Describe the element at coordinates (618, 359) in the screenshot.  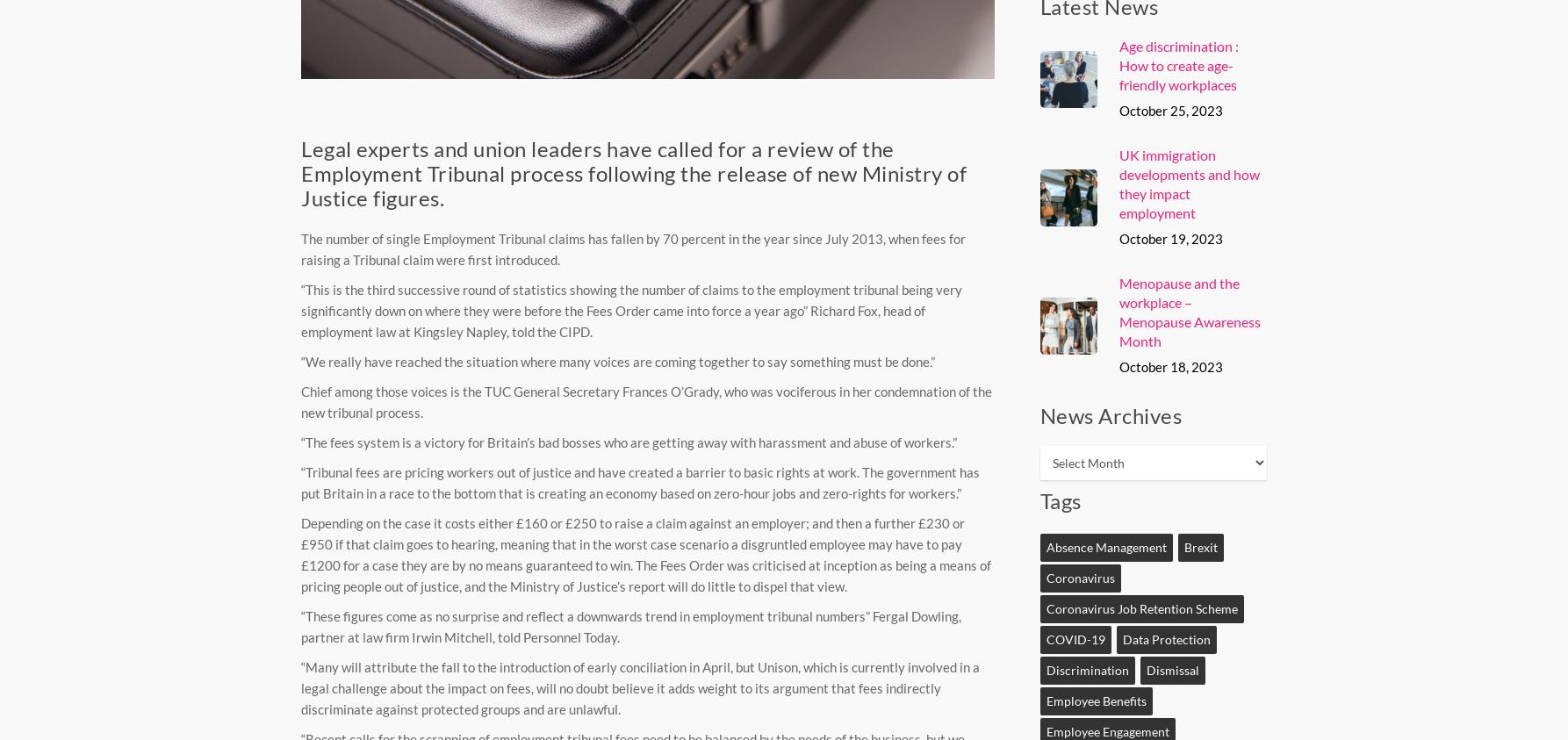
I see `'“We really have reached the situation where many voices are coming together to say something must be done.”'` at that location.